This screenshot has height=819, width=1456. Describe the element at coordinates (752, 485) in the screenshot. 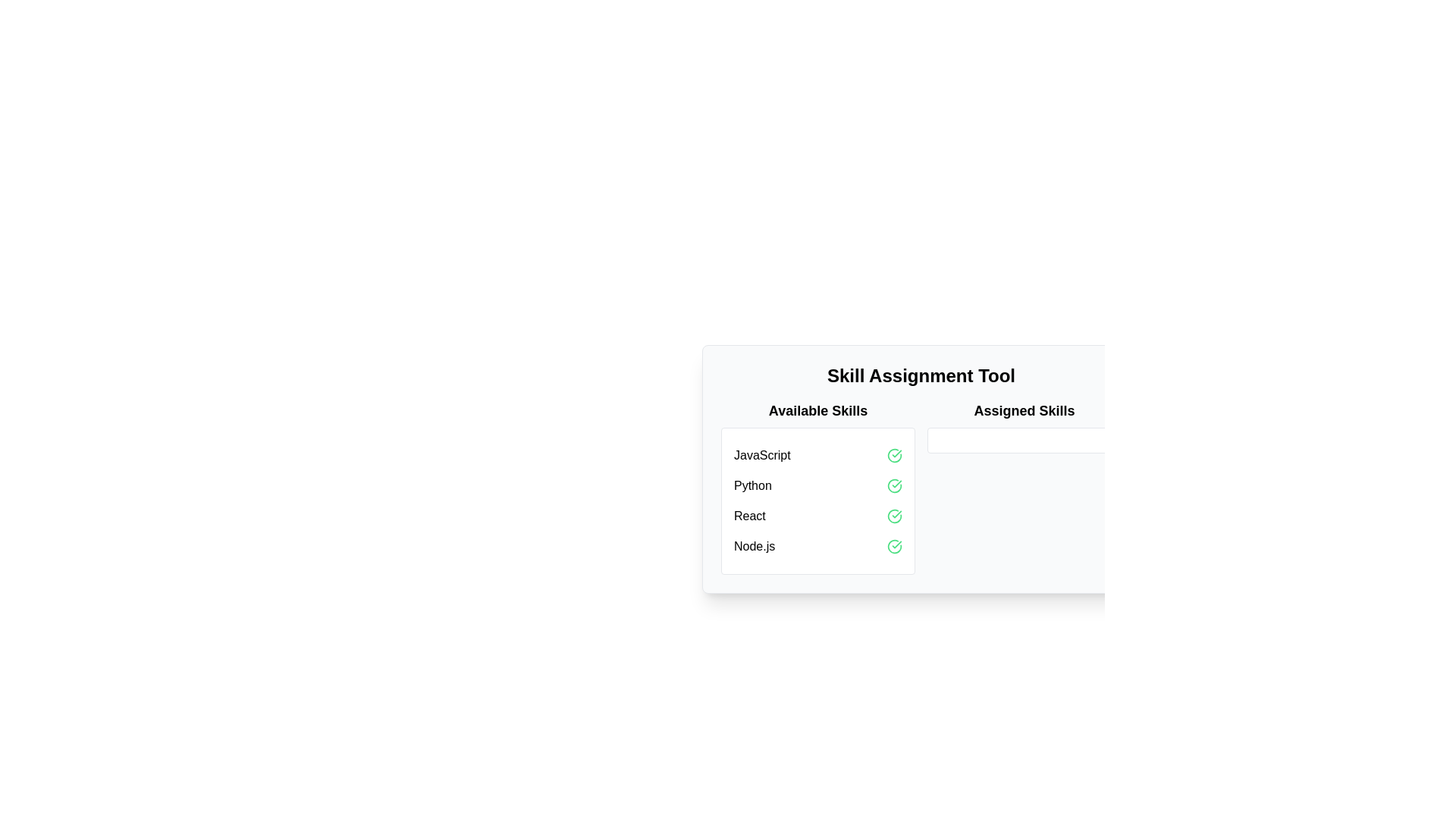

I see `the text label 'Python' in the 'Available Skills' panel, which is the second item in the list, positioned below 'JavaScript' and above 'React'` at that location.